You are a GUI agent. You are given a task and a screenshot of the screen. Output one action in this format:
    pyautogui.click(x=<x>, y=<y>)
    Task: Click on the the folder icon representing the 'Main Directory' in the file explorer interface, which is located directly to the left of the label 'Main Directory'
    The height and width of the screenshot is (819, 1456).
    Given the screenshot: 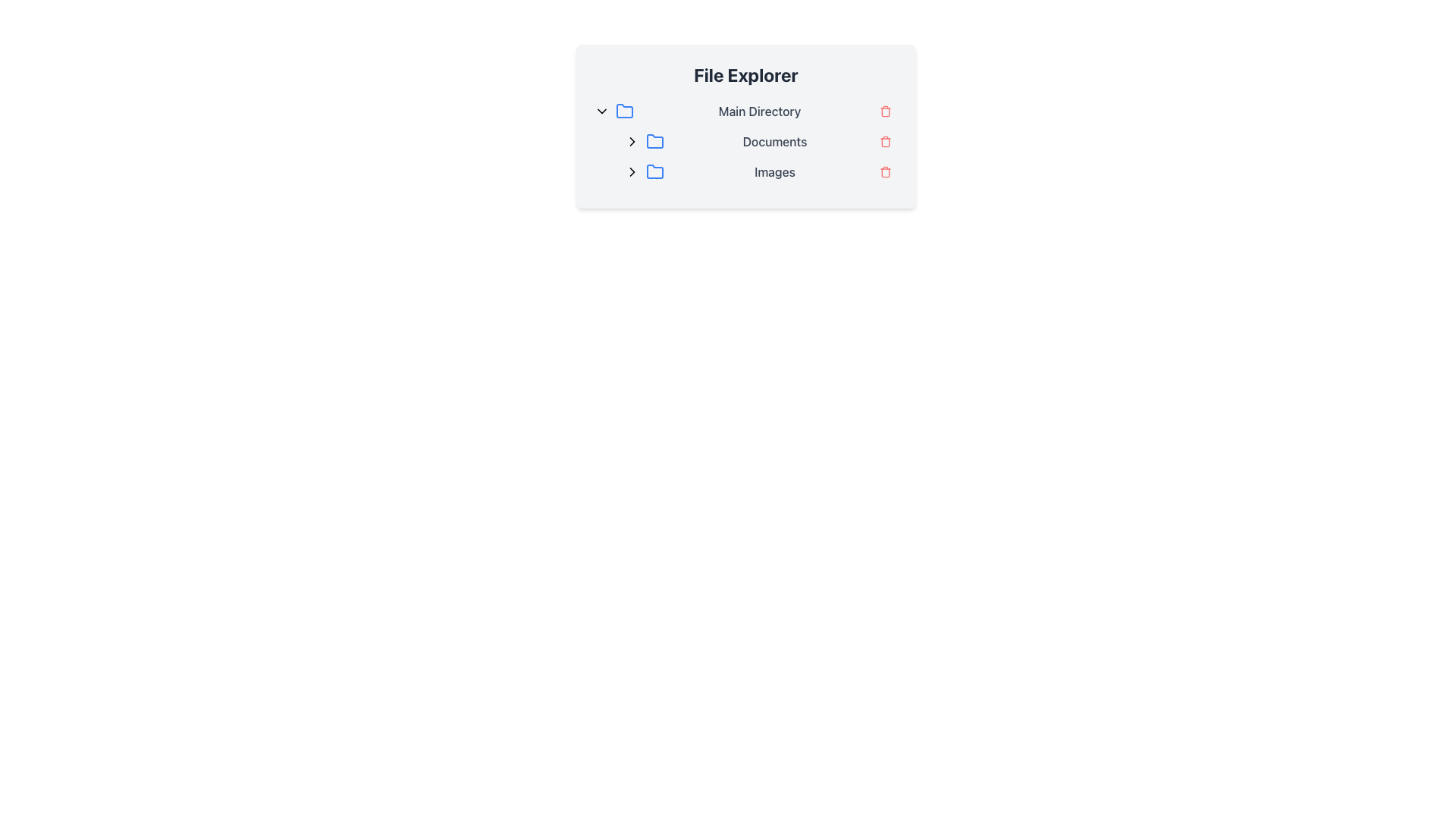 What is the action you would take?
    pyautogui.click(x=625, y=110)
    